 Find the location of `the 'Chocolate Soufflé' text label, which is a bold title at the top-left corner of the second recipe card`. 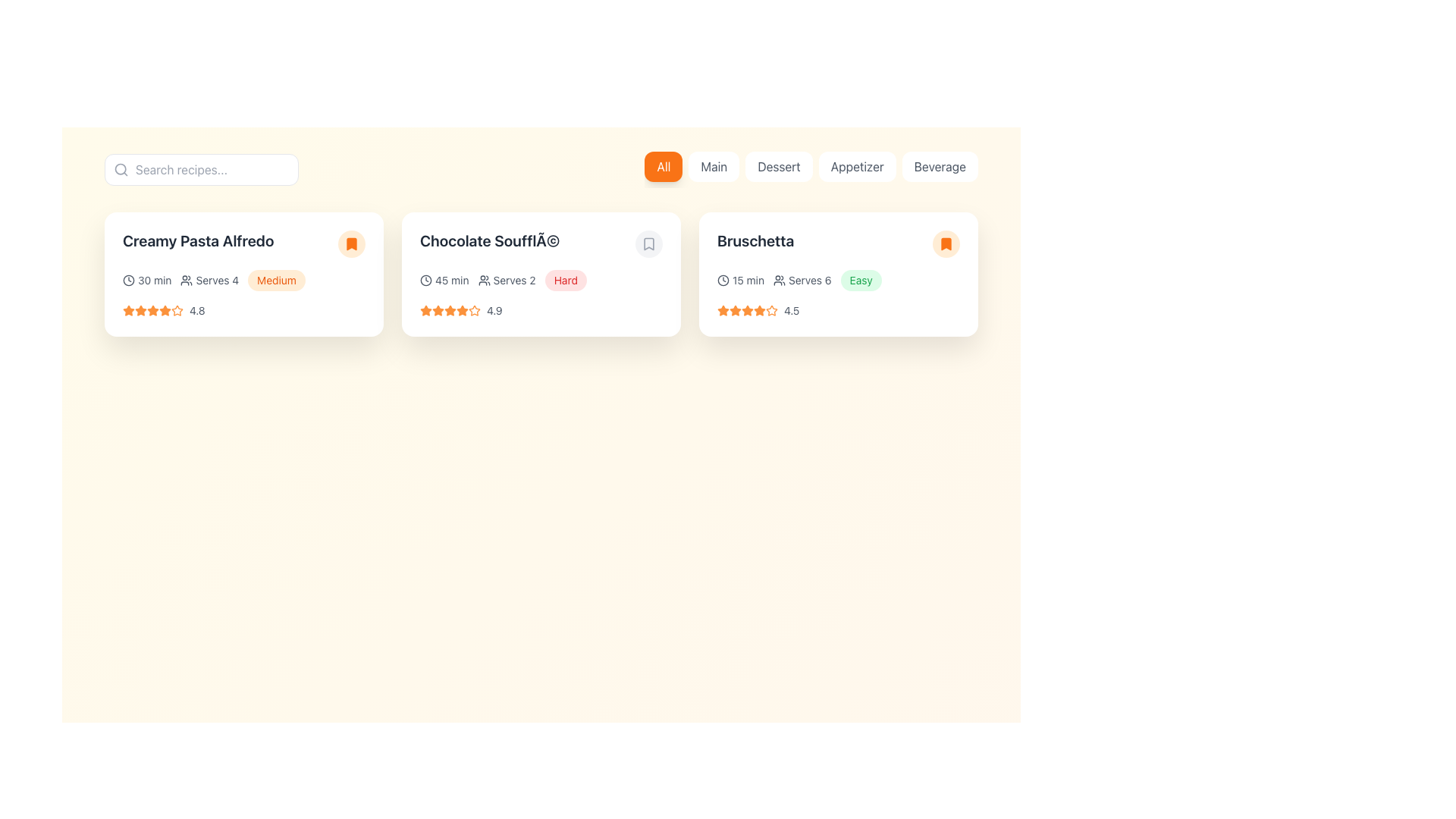

the 'Chocolate Soufflé' text label, which is a bold title at the top-left corner of the second recipe card is located at coordinates (490, 240).